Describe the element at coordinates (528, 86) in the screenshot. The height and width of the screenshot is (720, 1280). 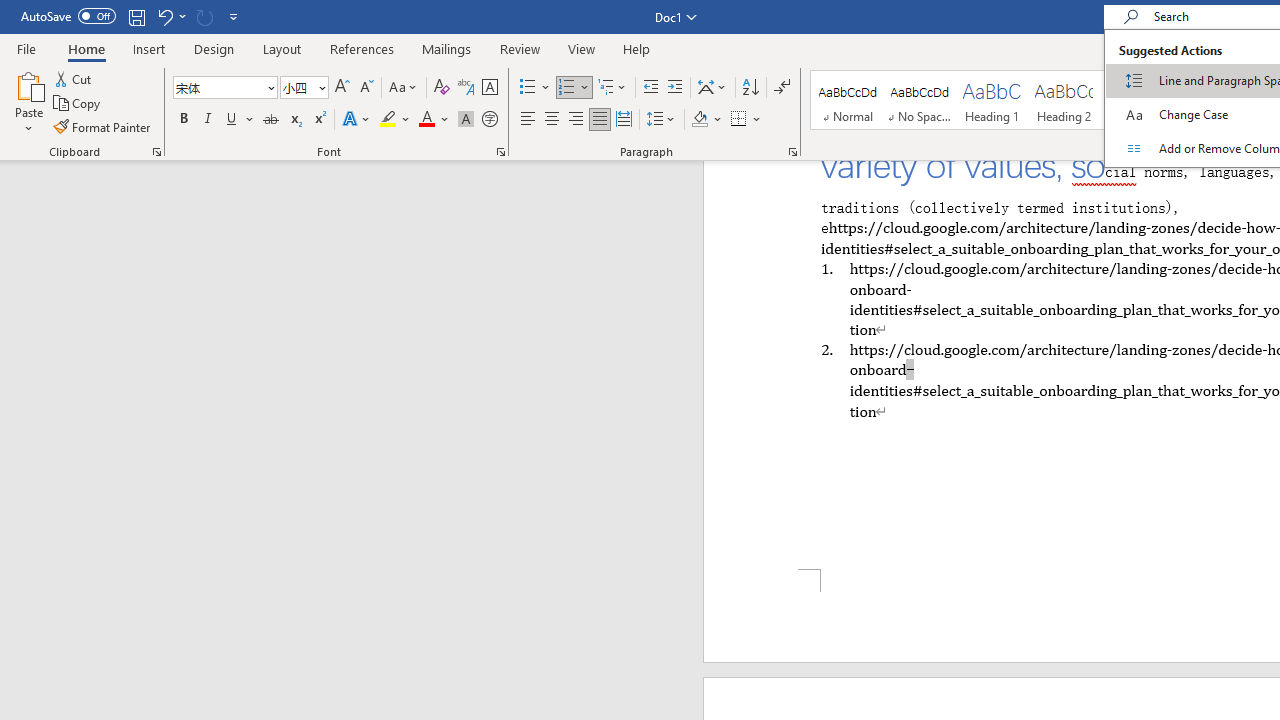
I see `'Bullets'` at that location.